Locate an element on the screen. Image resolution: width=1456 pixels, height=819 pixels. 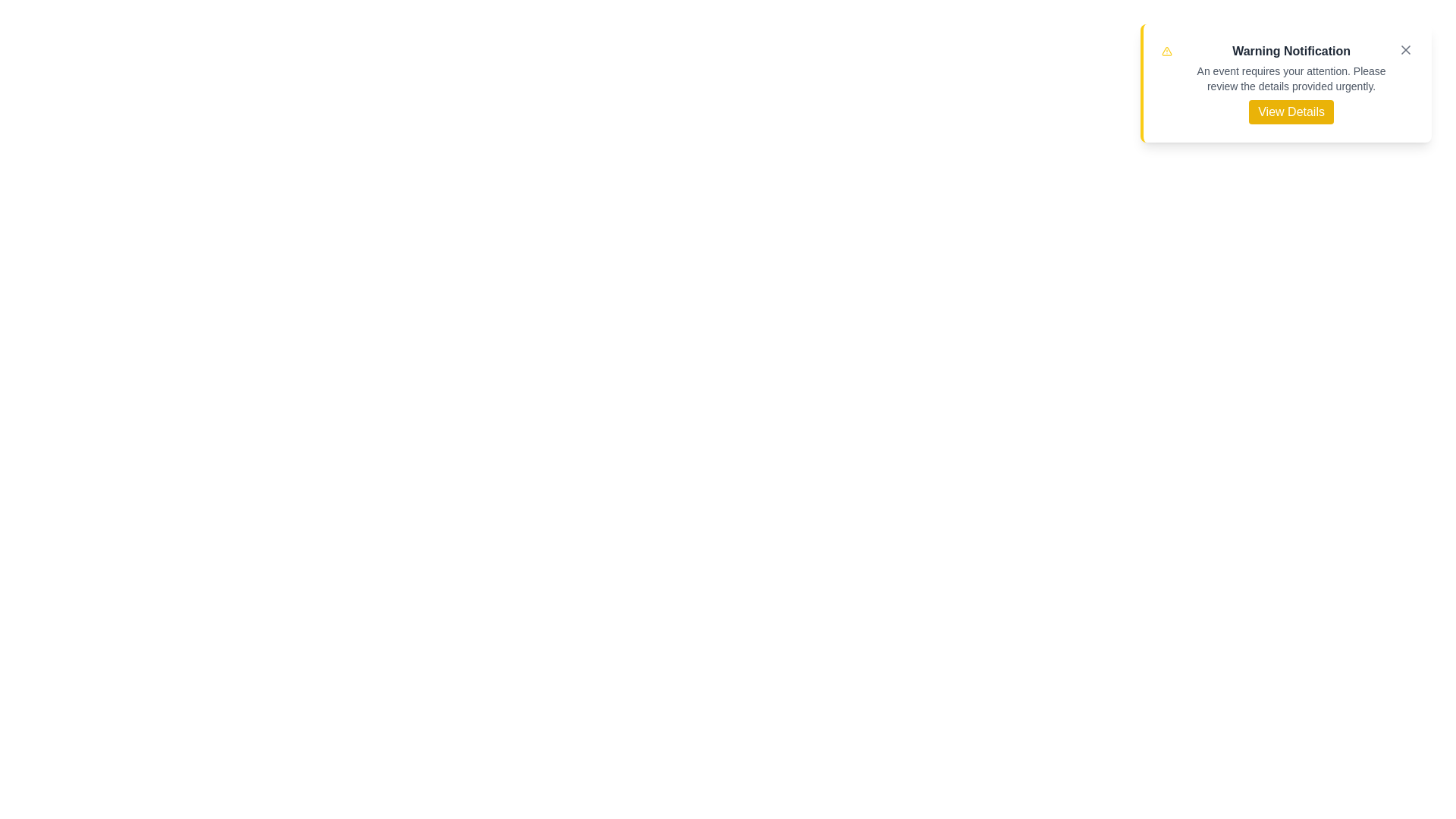
the 'View Details' button to view the notification details is located at coordinates (1291, 111).